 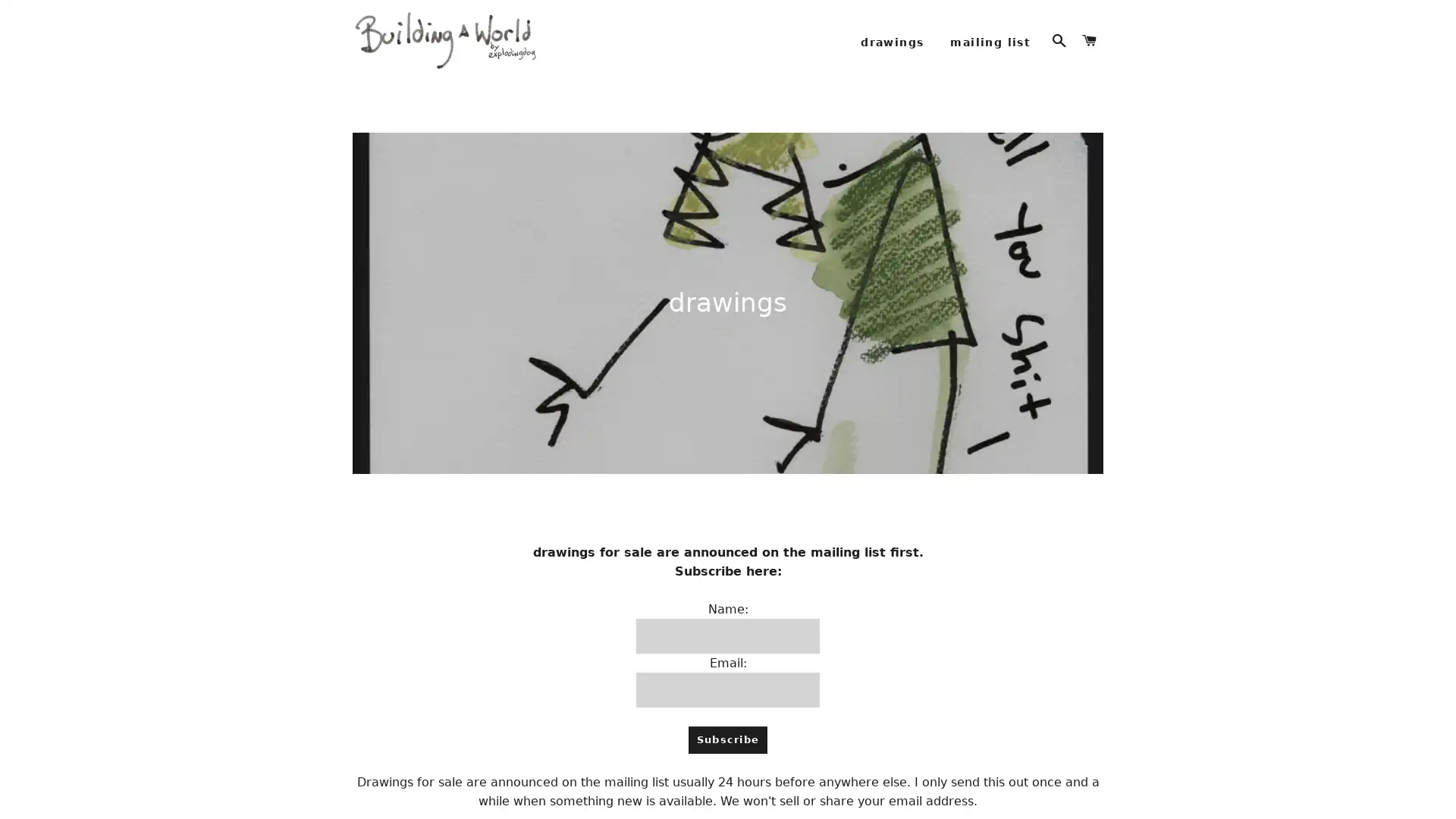 What do you see at coordinates (726, 760) in the screenshot?
I see `Subscribe` at bounding box center [726, 760].